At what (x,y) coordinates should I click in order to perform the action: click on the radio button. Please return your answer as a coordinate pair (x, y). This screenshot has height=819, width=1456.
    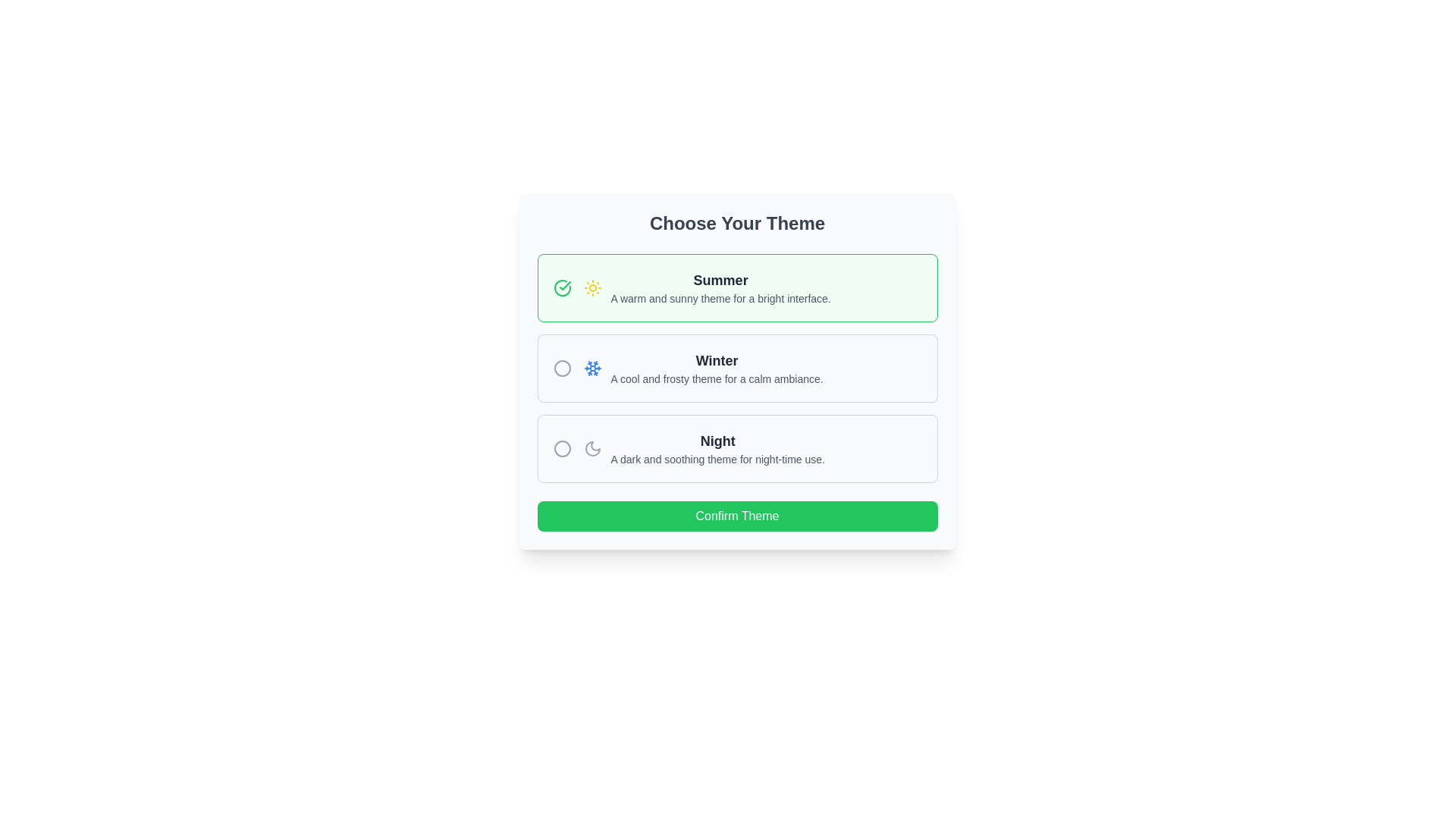
    Looking at the image, I should click on (716, 369).